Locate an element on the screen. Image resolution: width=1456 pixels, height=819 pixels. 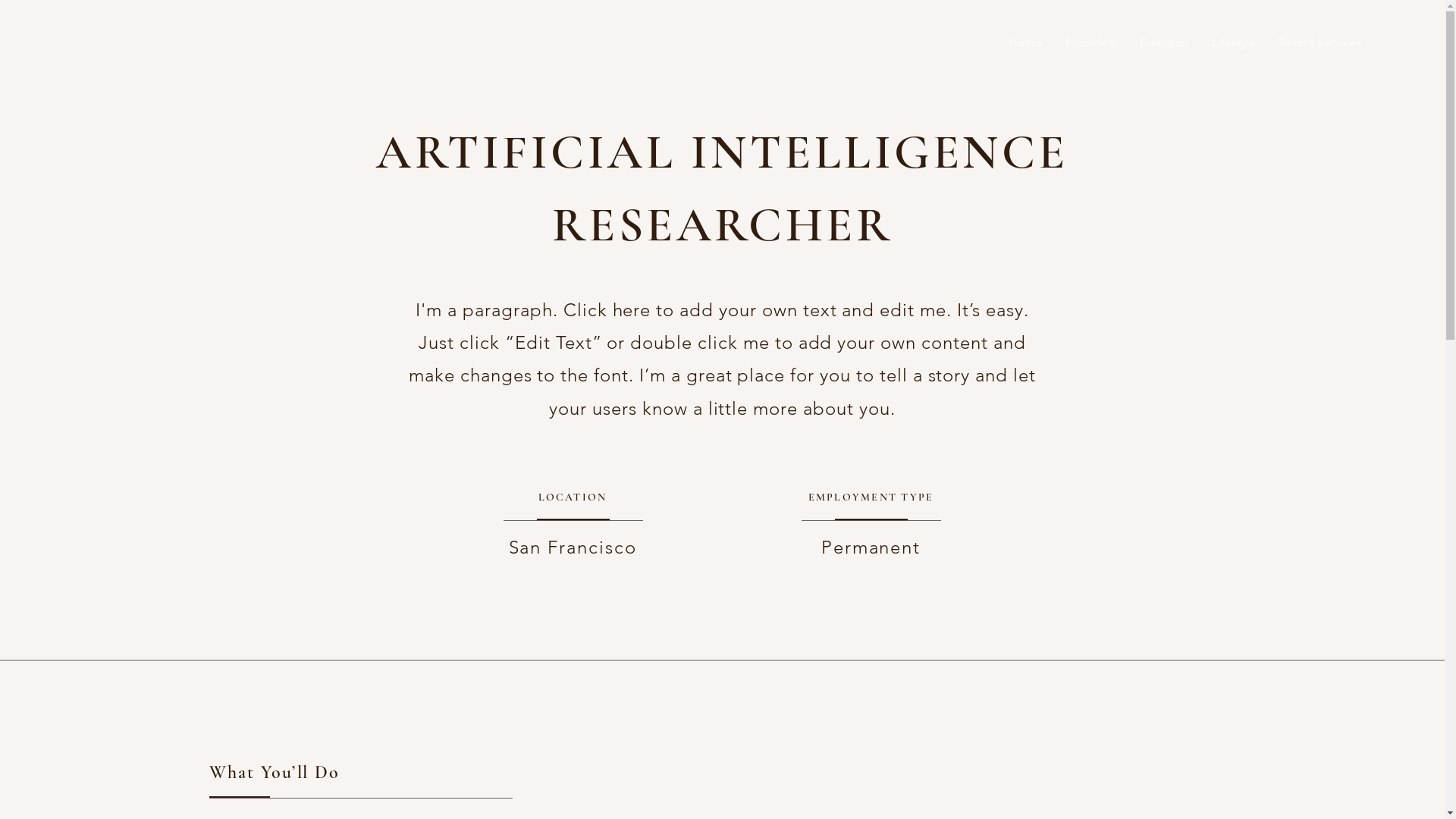
'Founders' is located at coordinates (1090, 42).